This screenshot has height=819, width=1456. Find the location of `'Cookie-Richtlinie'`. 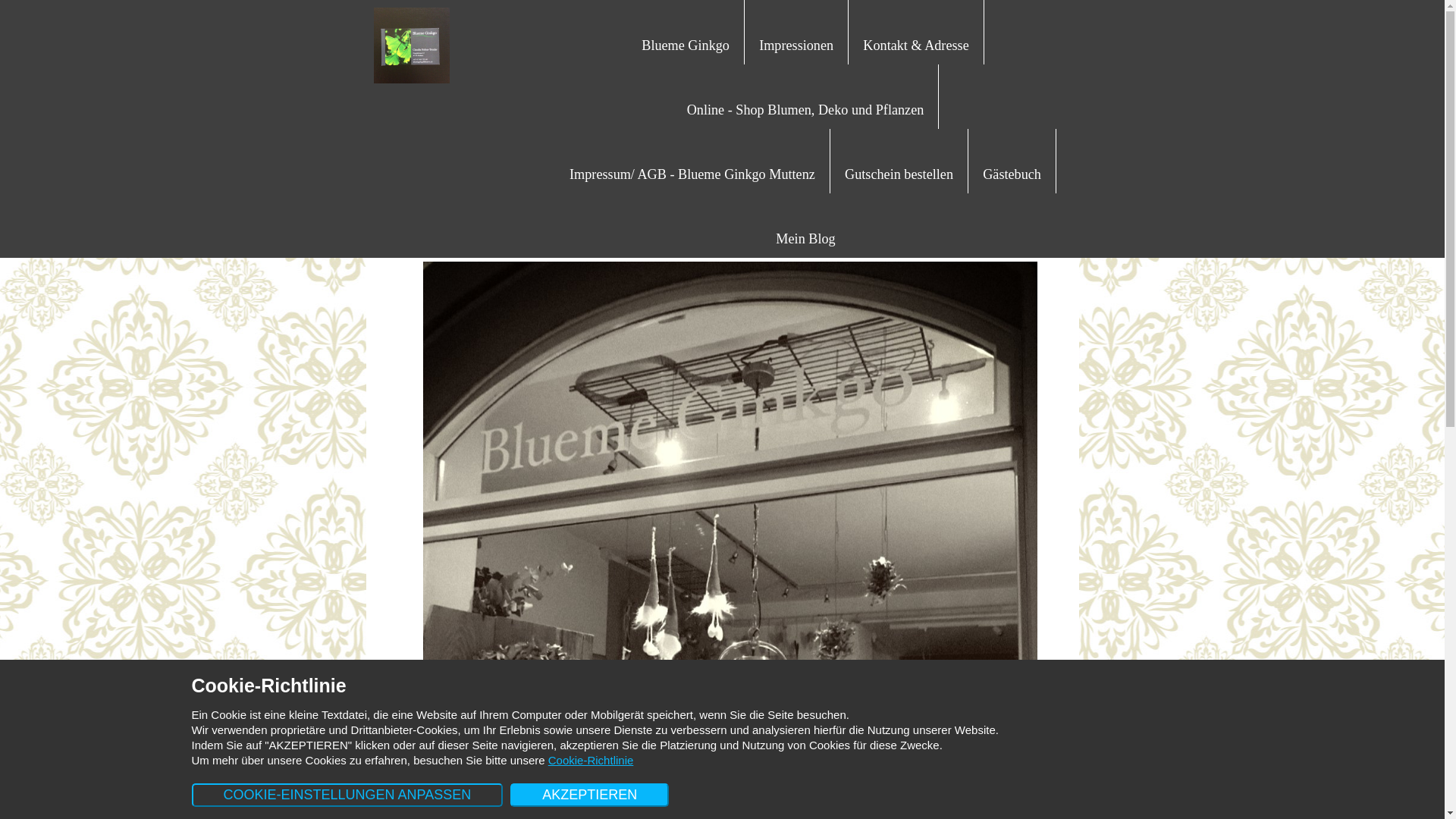

'Cookie-Richtlinie' is located at coordinates (590, 760).